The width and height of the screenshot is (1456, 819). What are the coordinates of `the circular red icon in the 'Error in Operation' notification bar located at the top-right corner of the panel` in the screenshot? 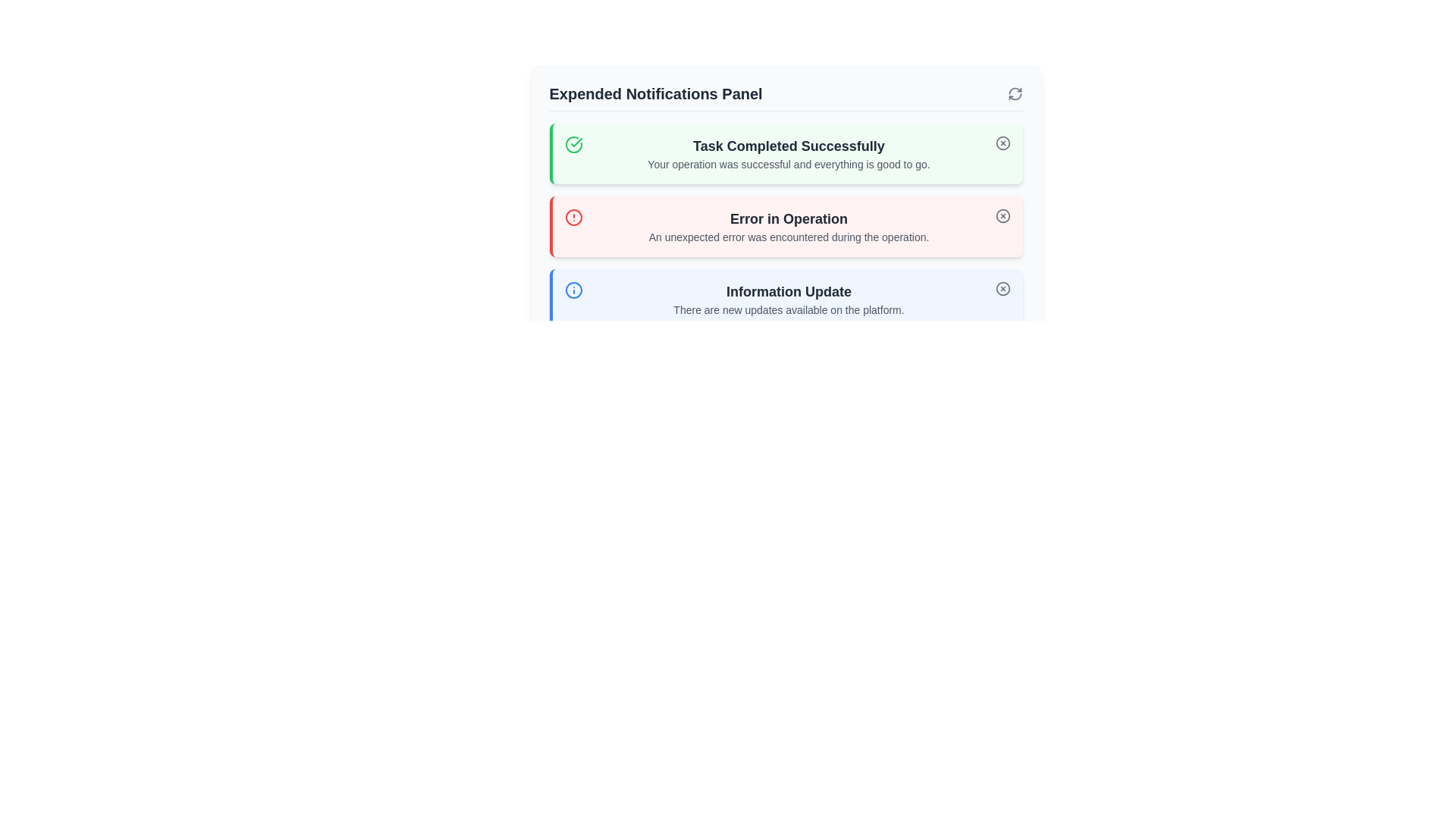 It's located at (1003, 216).